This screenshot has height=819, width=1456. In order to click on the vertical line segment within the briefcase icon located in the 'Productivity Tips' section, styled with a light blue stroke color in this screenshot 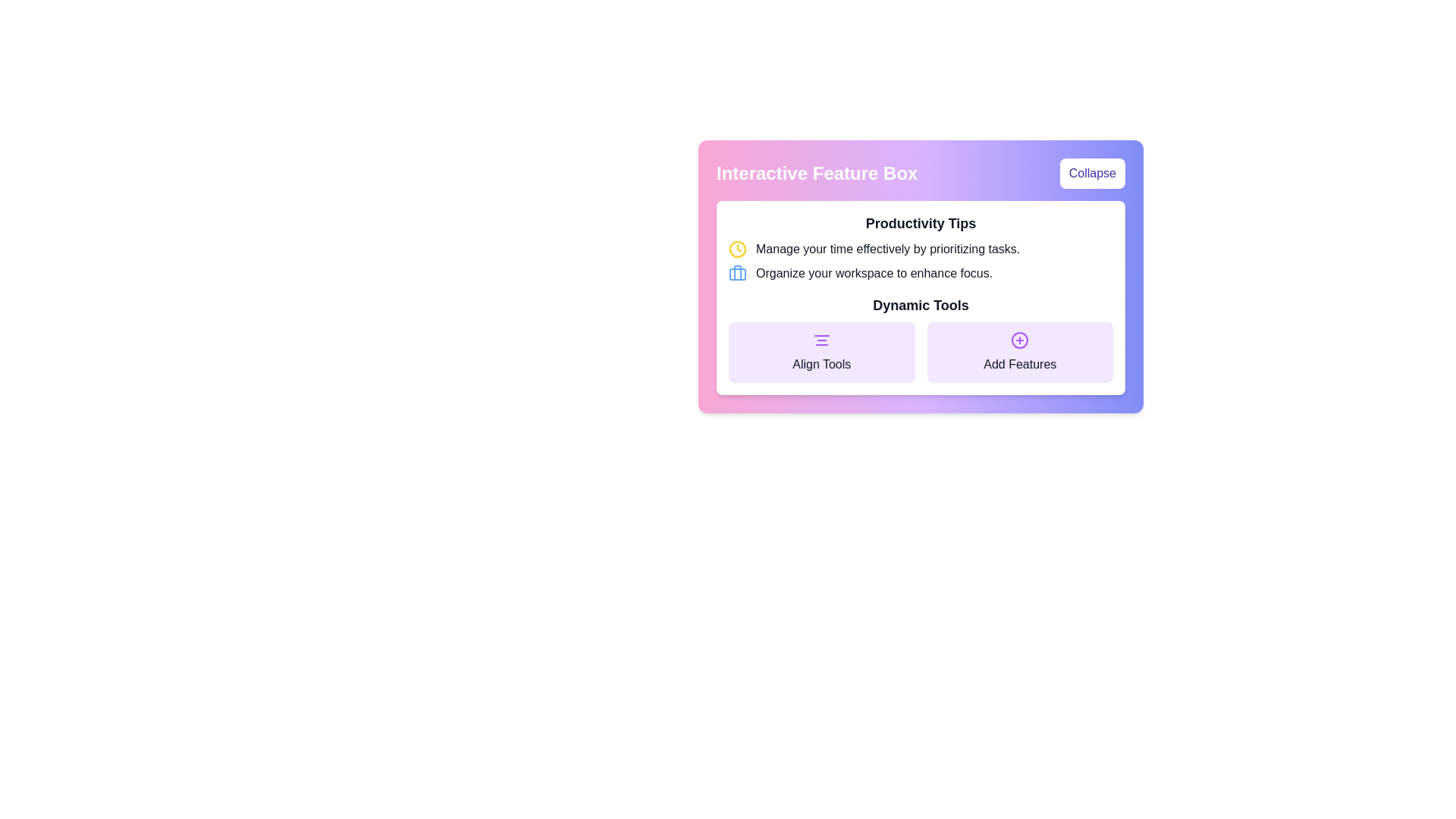, I will do `click(738, 271)`.